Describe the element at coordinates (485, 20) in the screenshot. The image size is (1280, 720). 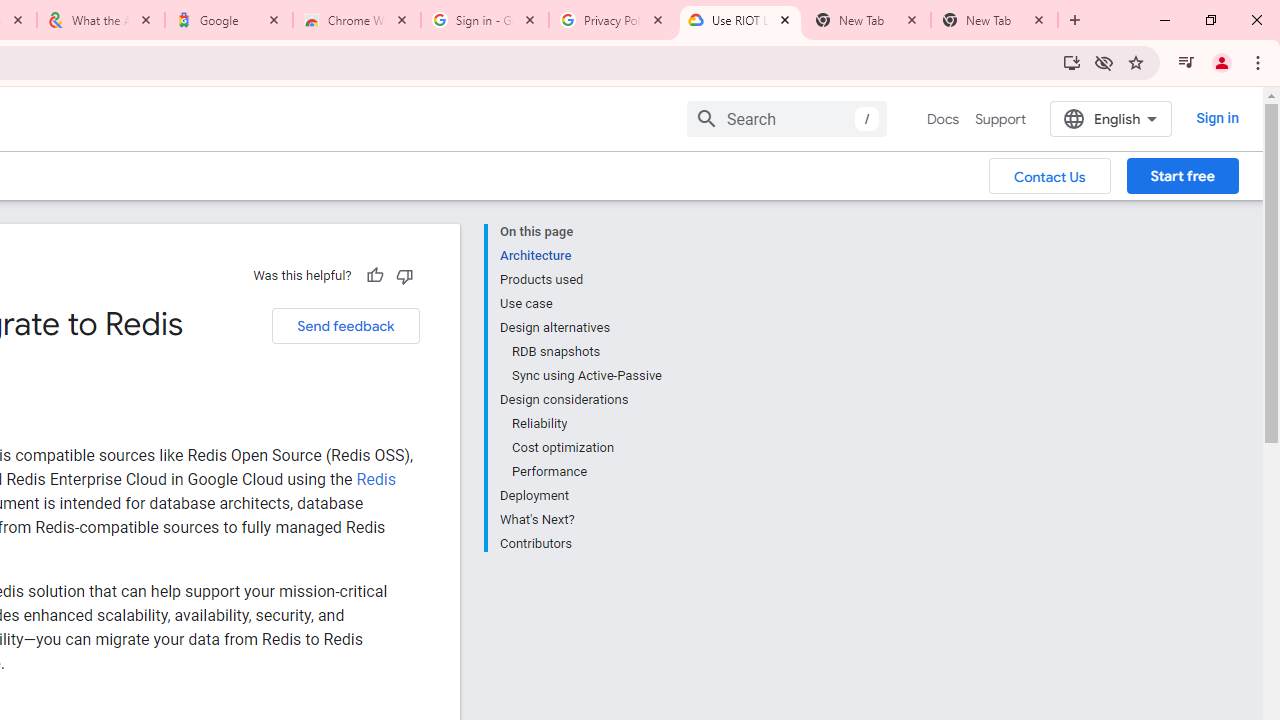
I see `'Sign in - Google Accounts'` at that location.